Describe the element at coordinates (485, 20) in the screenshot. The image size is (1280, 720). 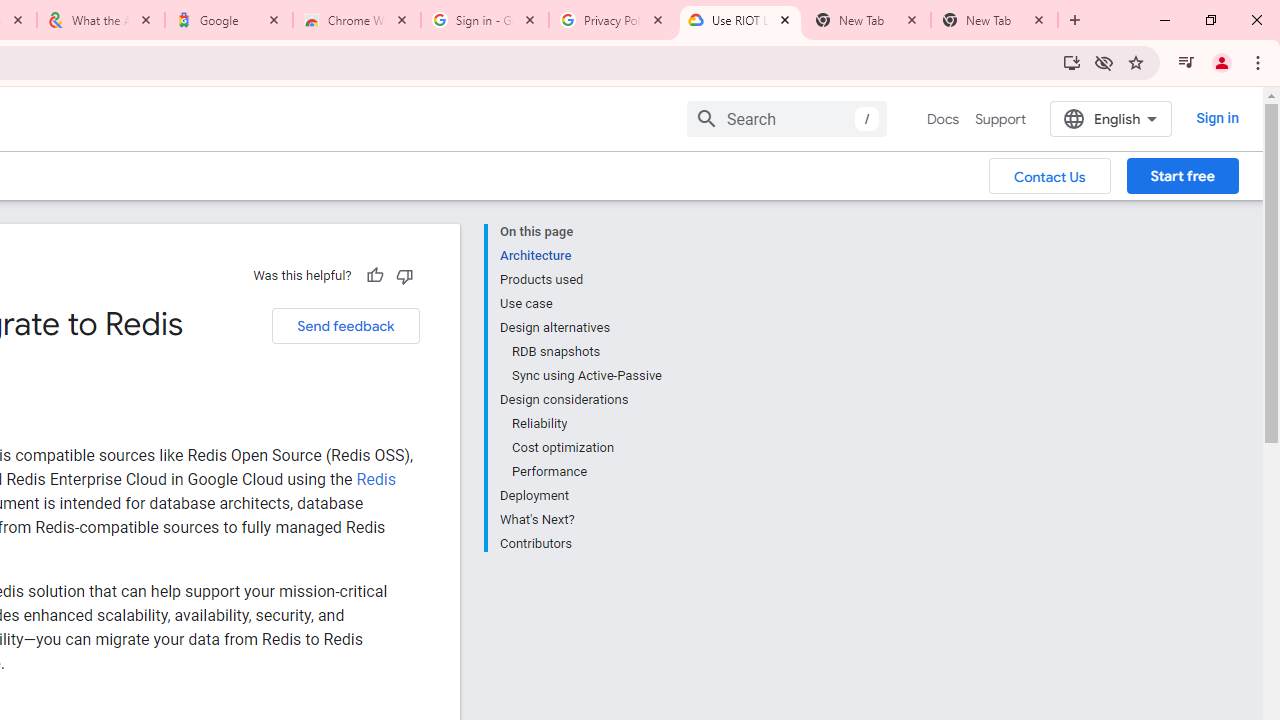
I see `'Sign in - Google Accounts'` at that location.